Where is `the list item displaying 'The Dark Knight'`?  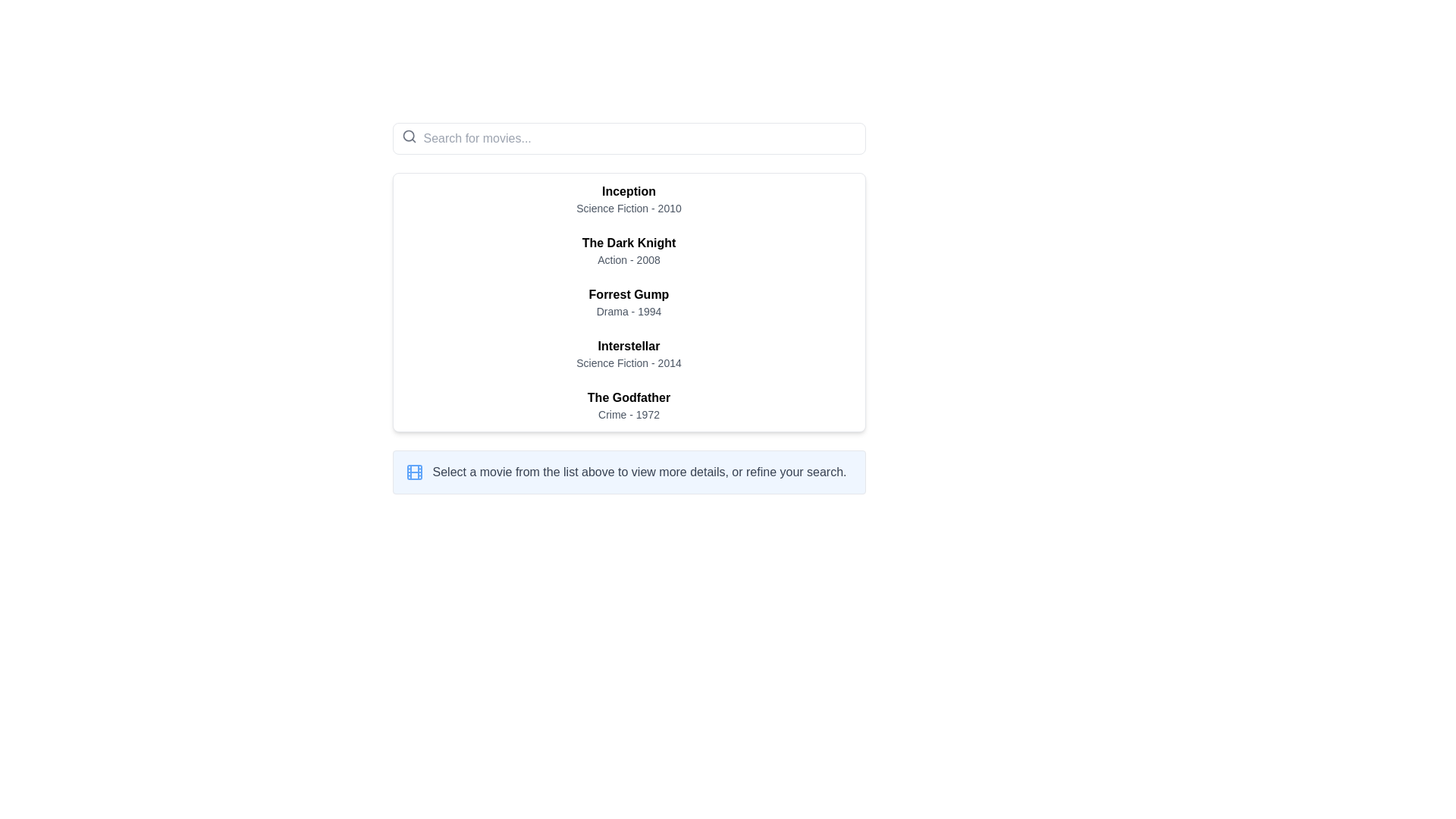
the list item displaying 'The Dark Knight' is located at coordinates (629, 250).